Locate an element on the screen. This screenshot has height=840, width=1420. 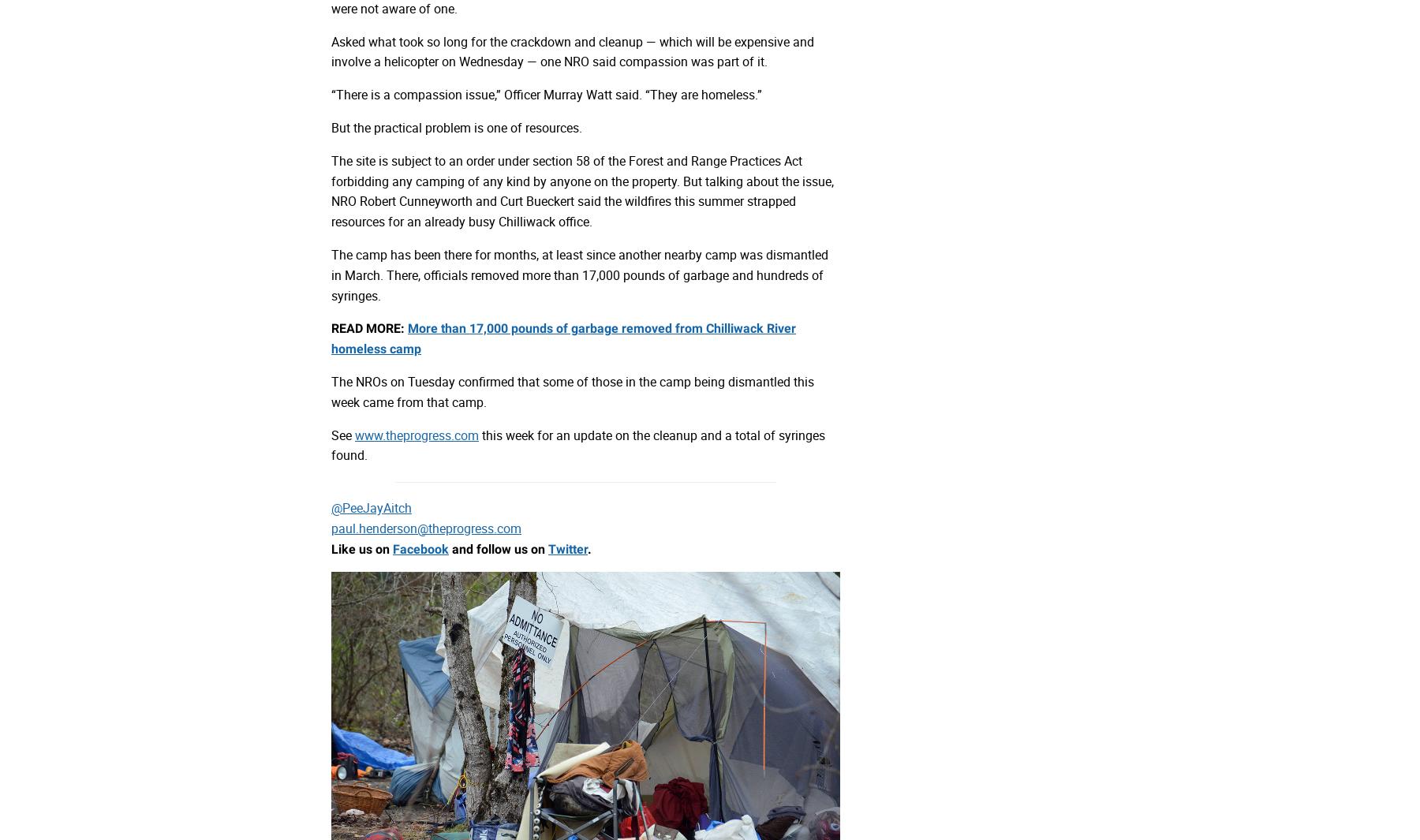
'this week for an update on the cleanup and a total of syringes found.' is located at coordinates (577, 445).